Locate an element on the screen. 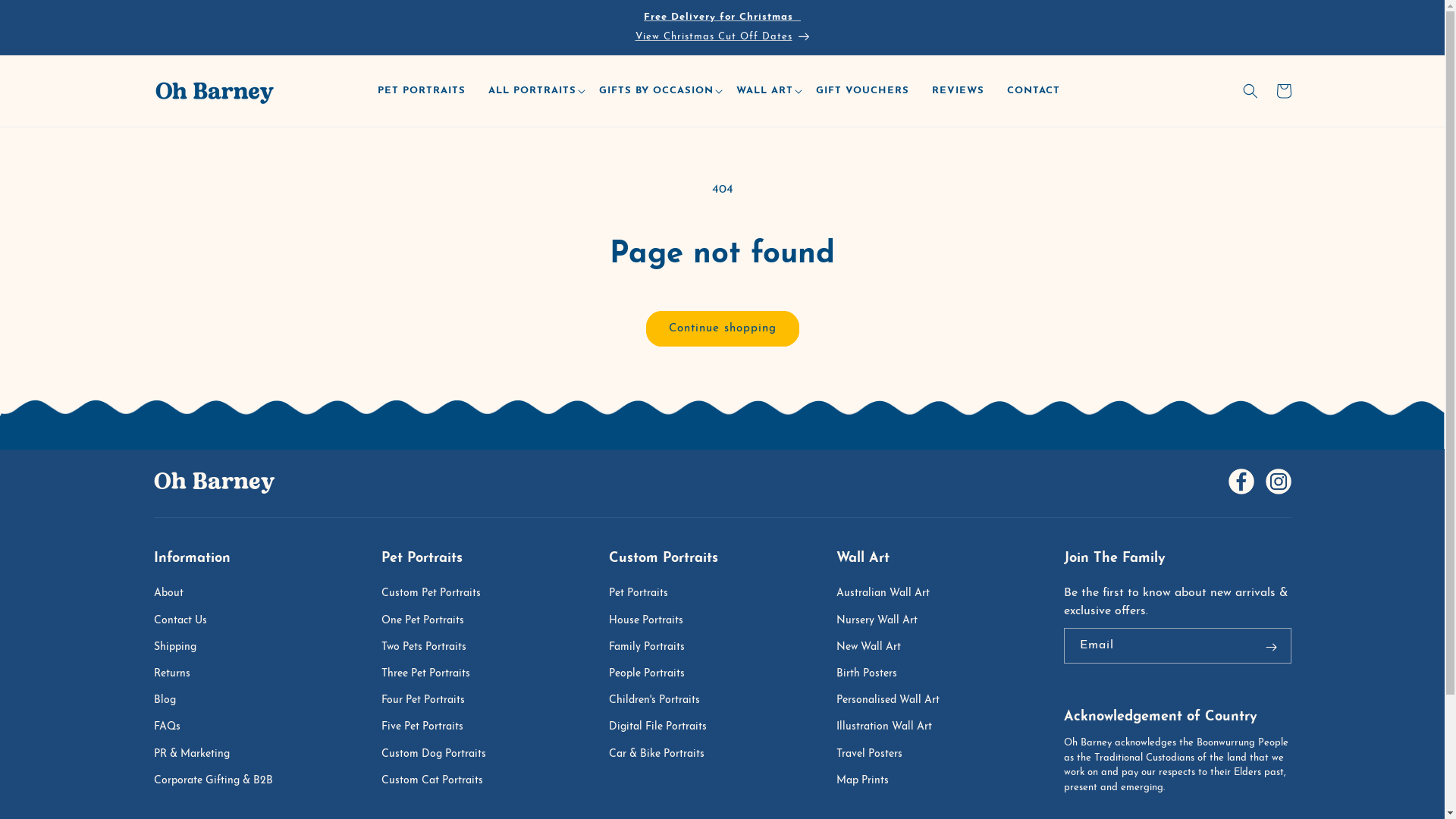 This screenshot has height=819, width=1456. 'Family Portraits' is located at coordinates (654, 647).